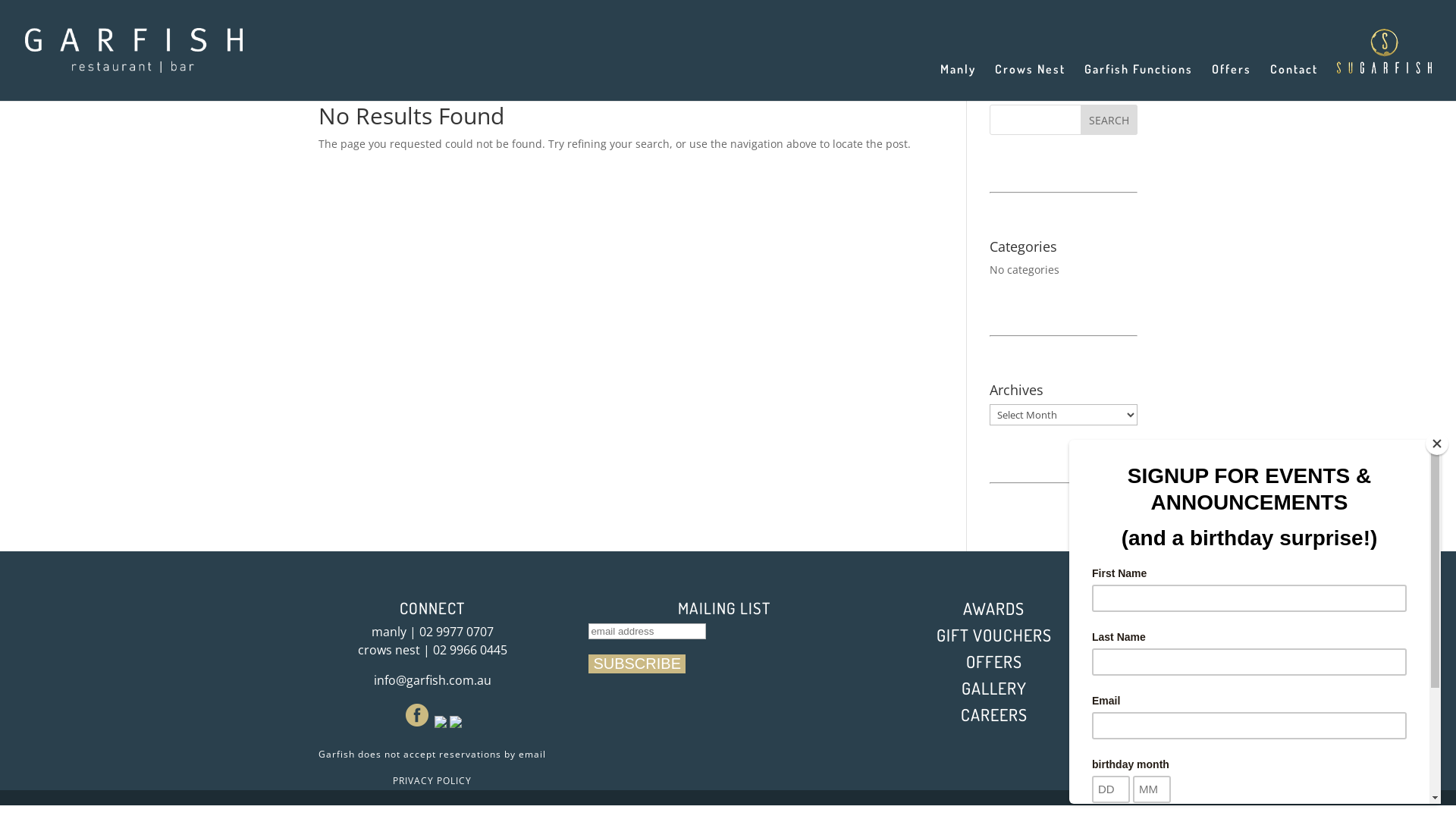  Describe the element at coordinates (993, 607) in the screenshot. I see `'AWARDS'` at that location.